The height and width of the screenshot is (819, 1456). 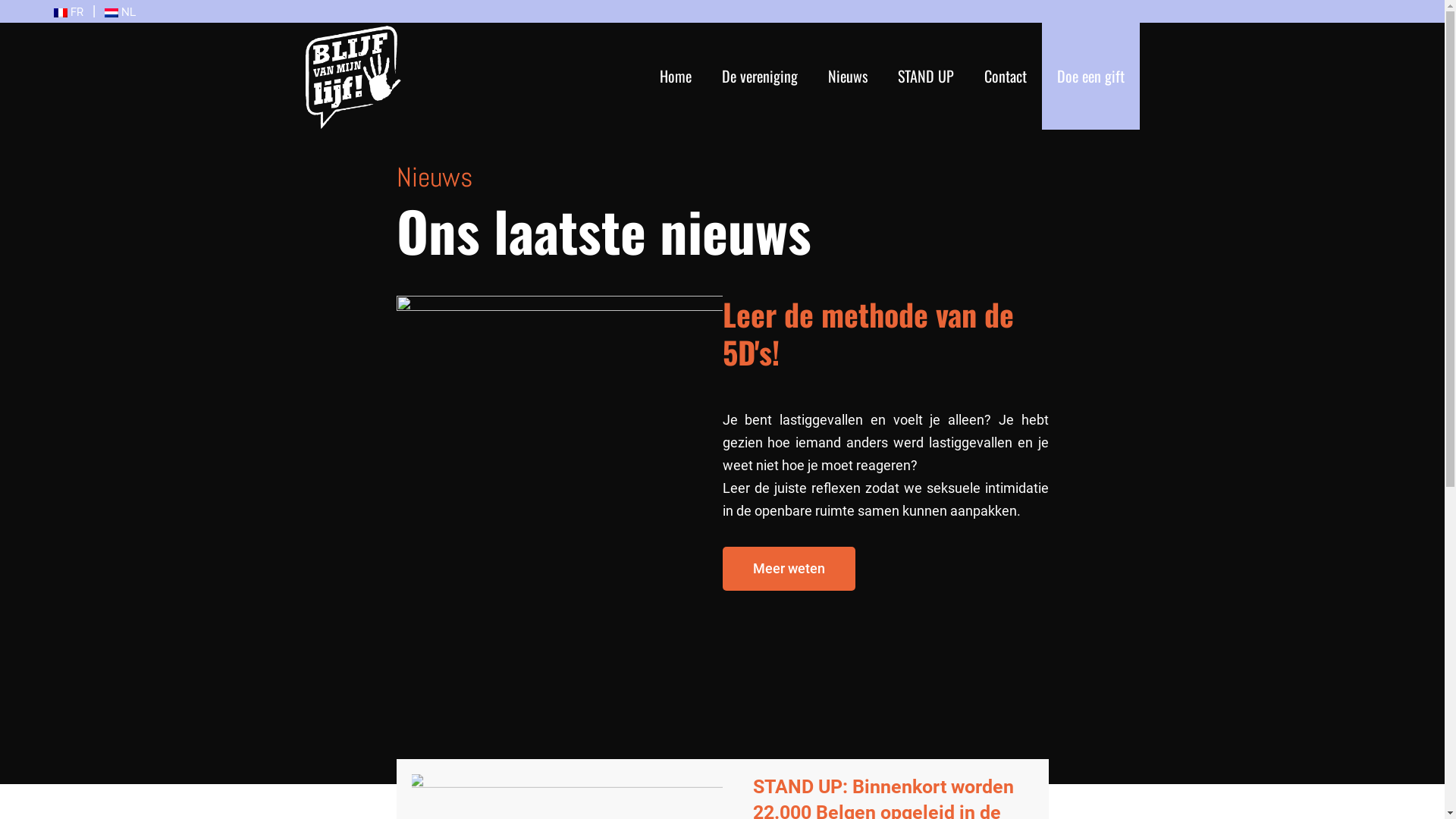 I want to click on 'STAND UP', so click(x=898, y=76).